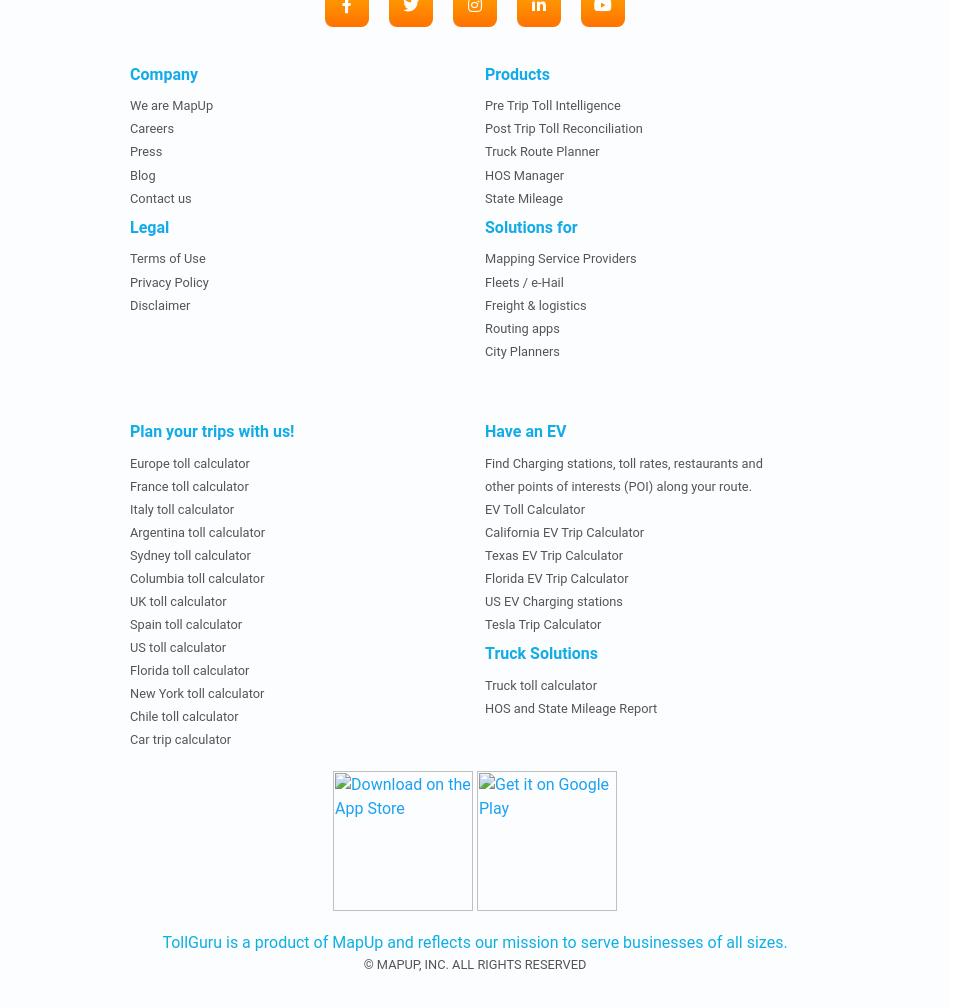 The height and width of the screenshot is (1008, 965). What do you see at coordinates (189, 462) in the screenshot?
I see `'Europe toll calculator'` at bounding box center [189, 462].